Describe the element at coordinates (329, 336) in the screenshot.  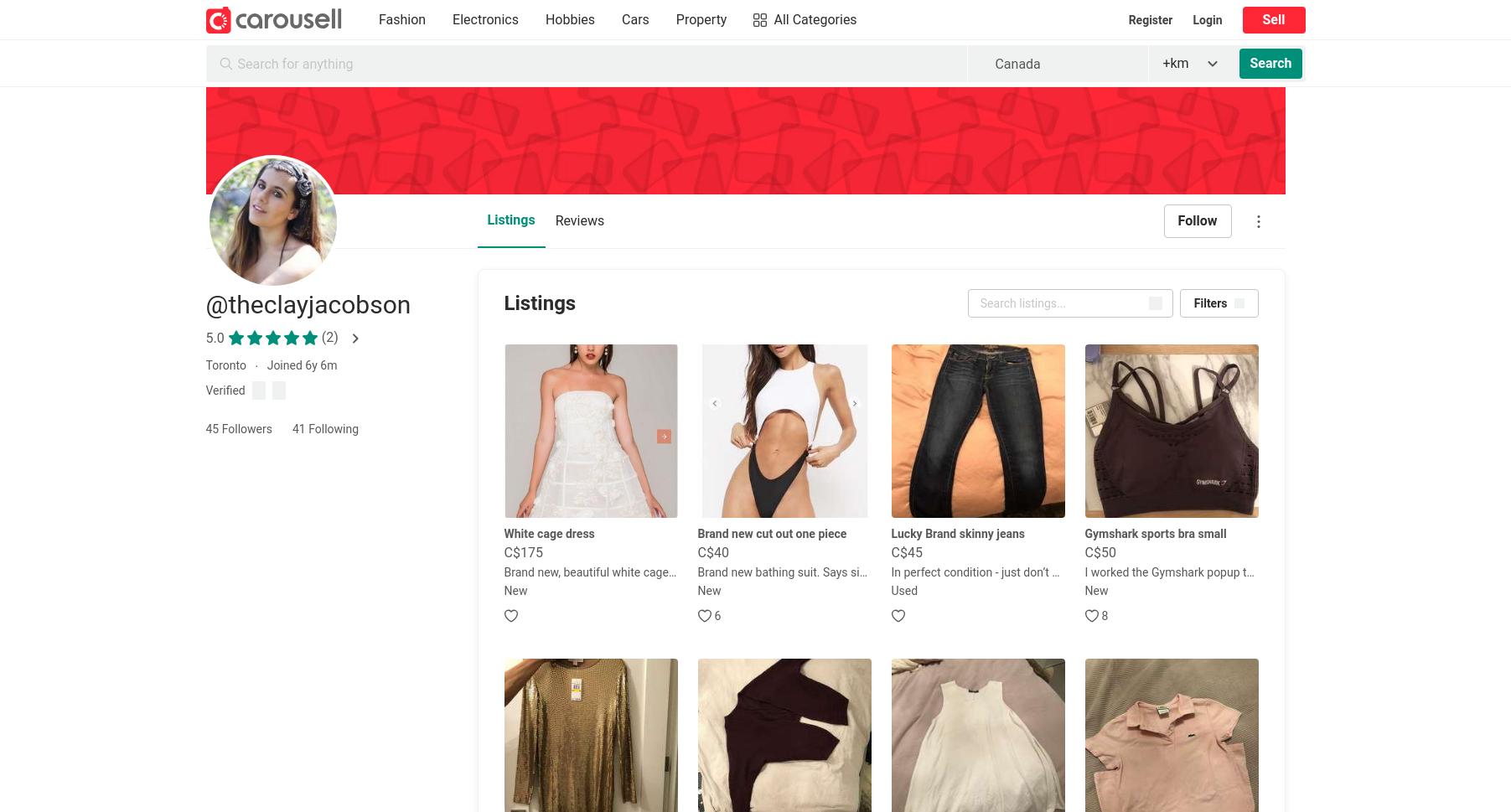
I see `'(2)'` at that location.